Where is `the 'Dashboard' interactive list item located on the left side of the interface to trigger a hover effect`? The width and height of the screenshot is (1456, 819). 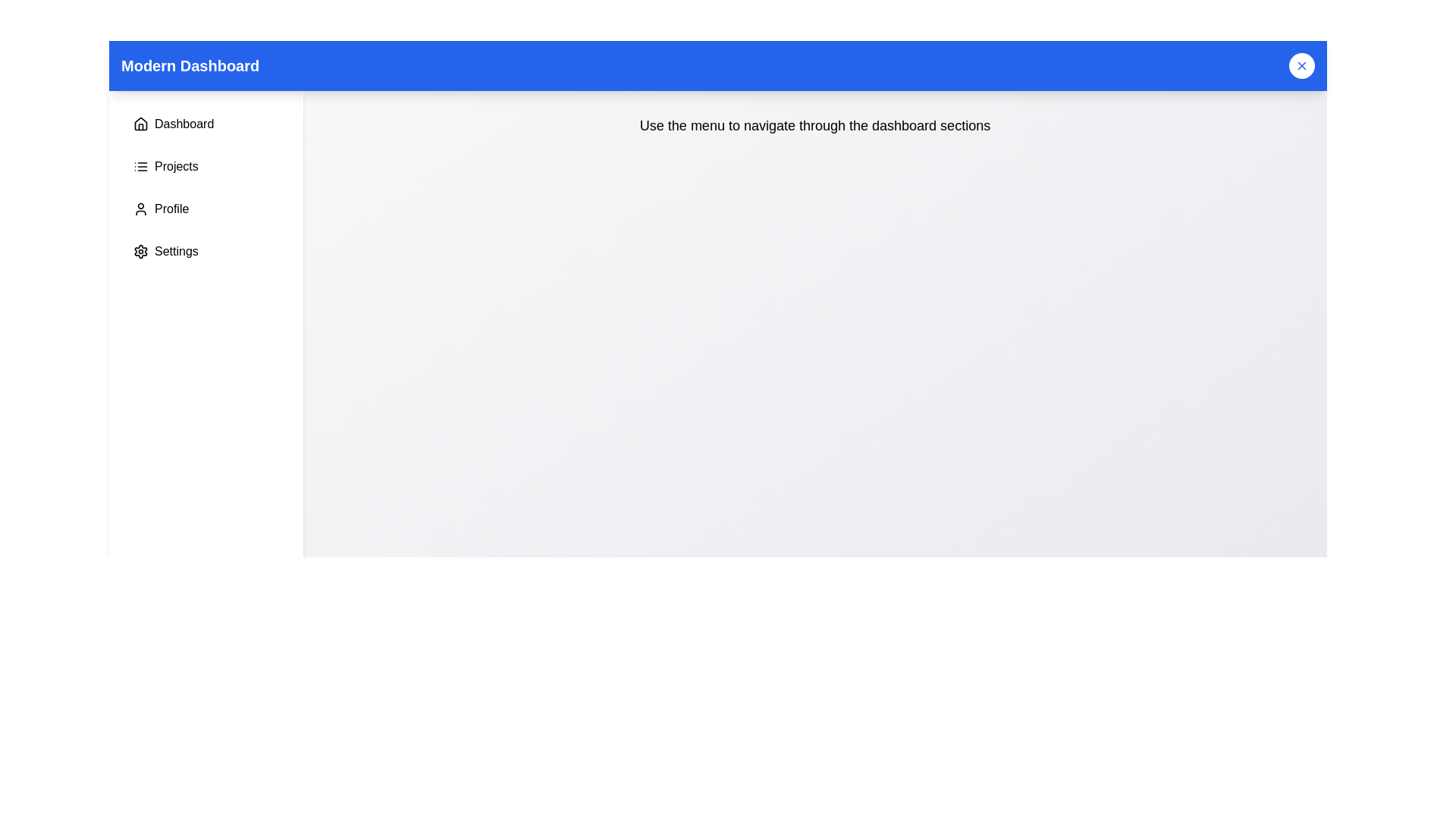
the 'Dashboard' interactive list item located on the left side of the interface to trigger a hover effect is located at coordinates (206, 124).